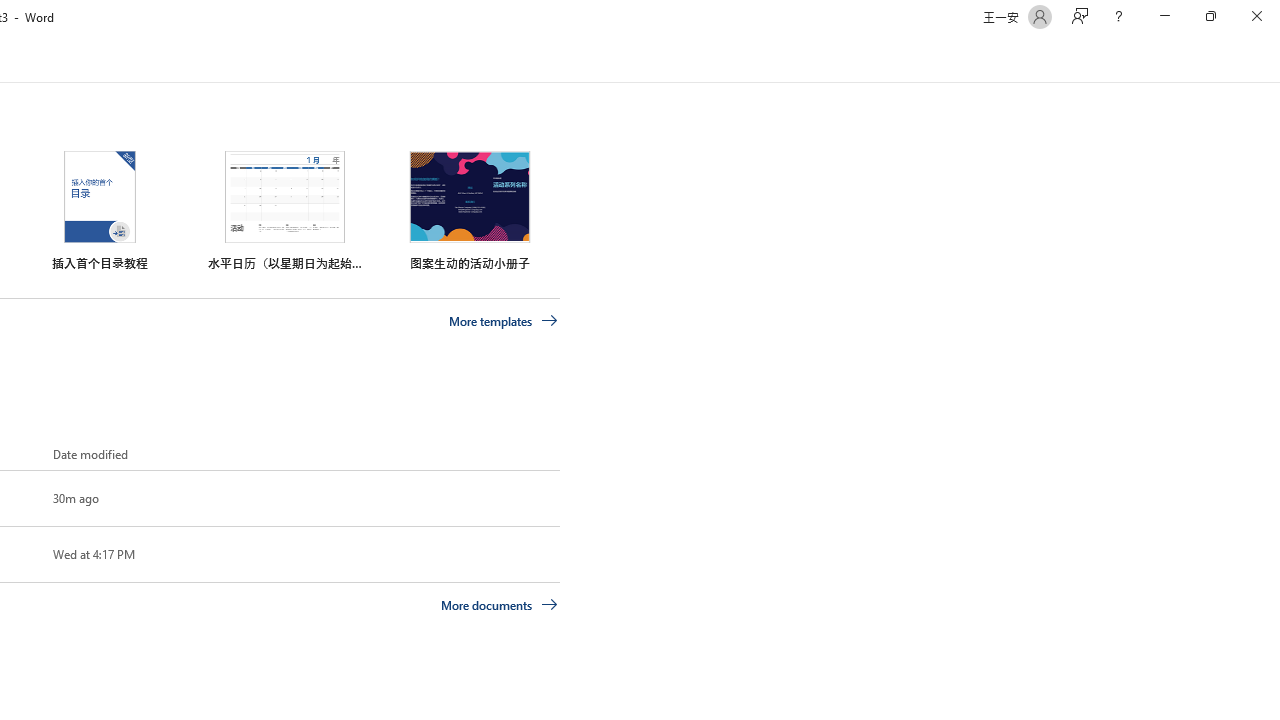  What do you see at coordinates (1209, 16) in the screenshot?
I see `'Restore Down'` at bounding box center [1209, 16].